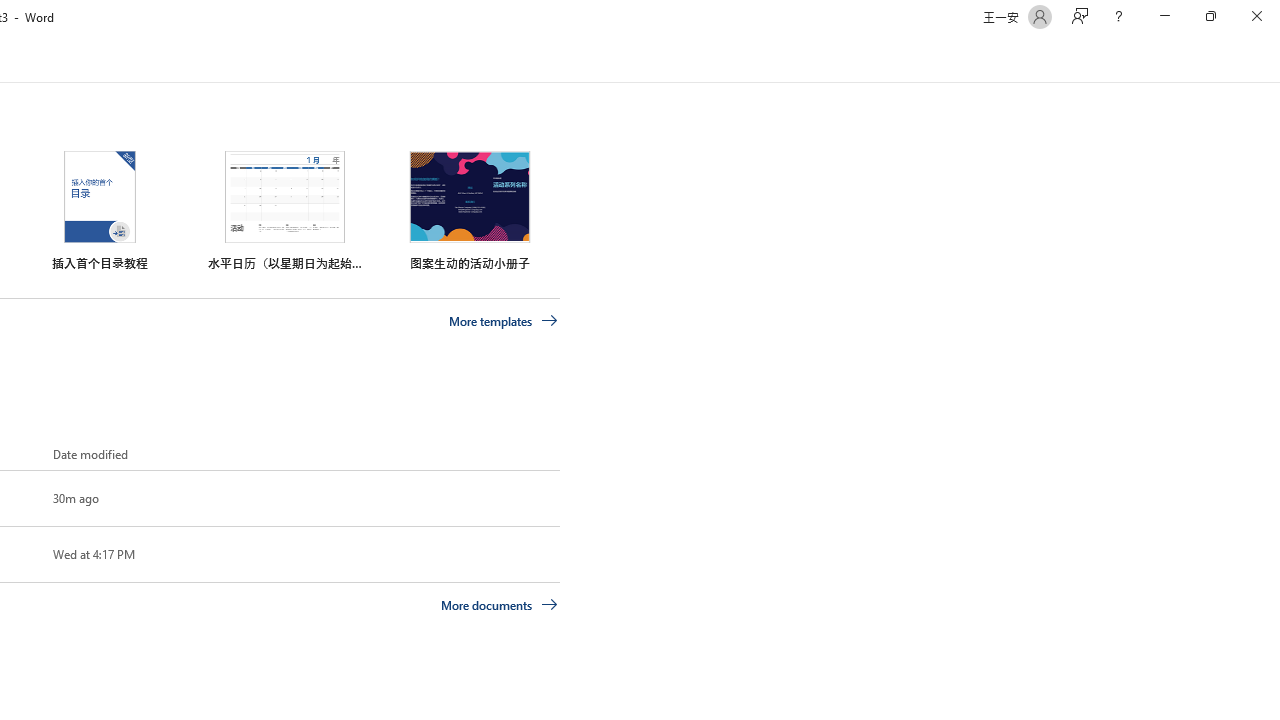  What do you see at coordinates (1209, 16) in the screenshot?
I see `'Restore Down'` at bounding box center [1209, 16].